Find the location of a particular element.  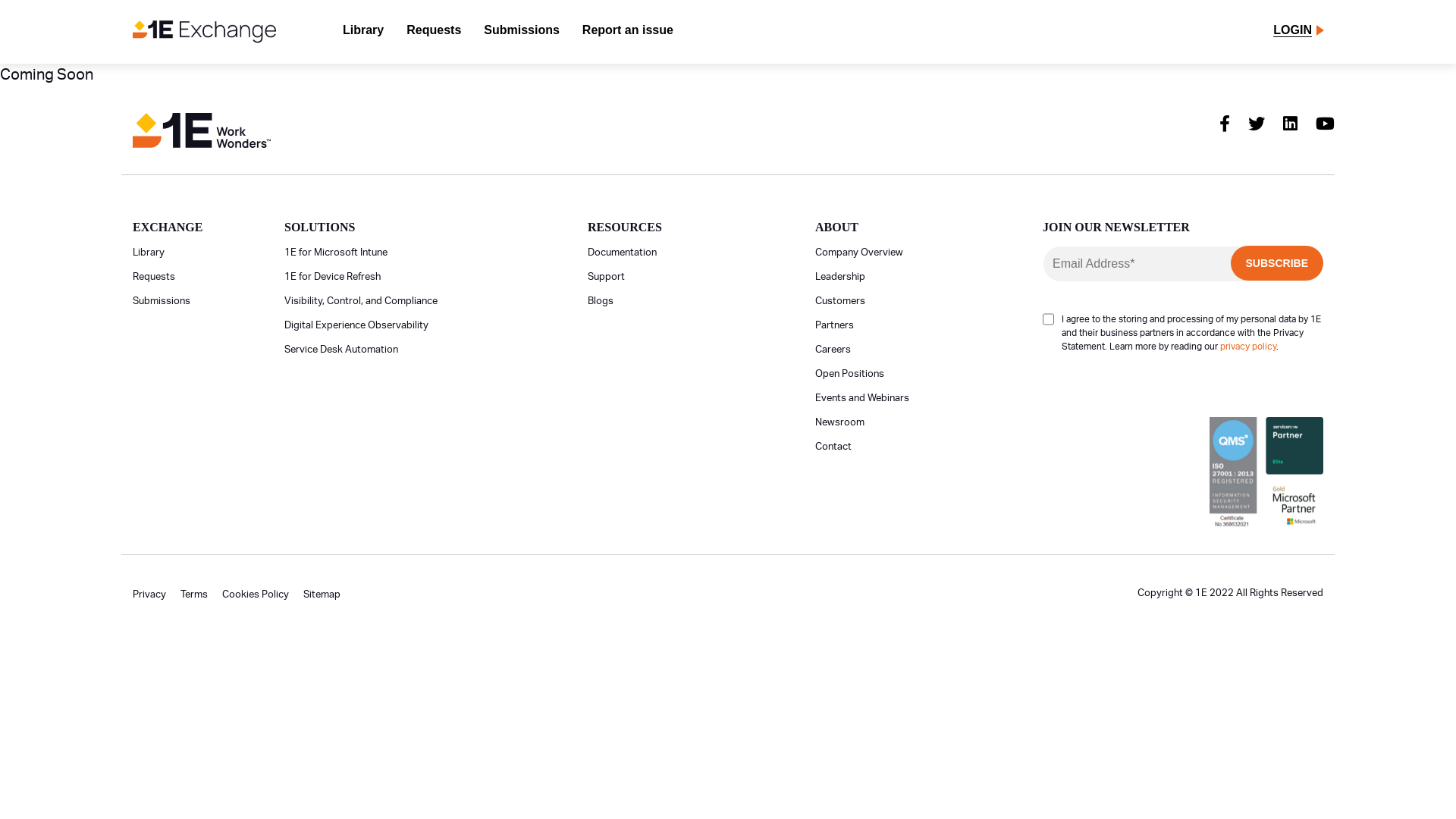

'Support' is located at coordinates (605, 277).